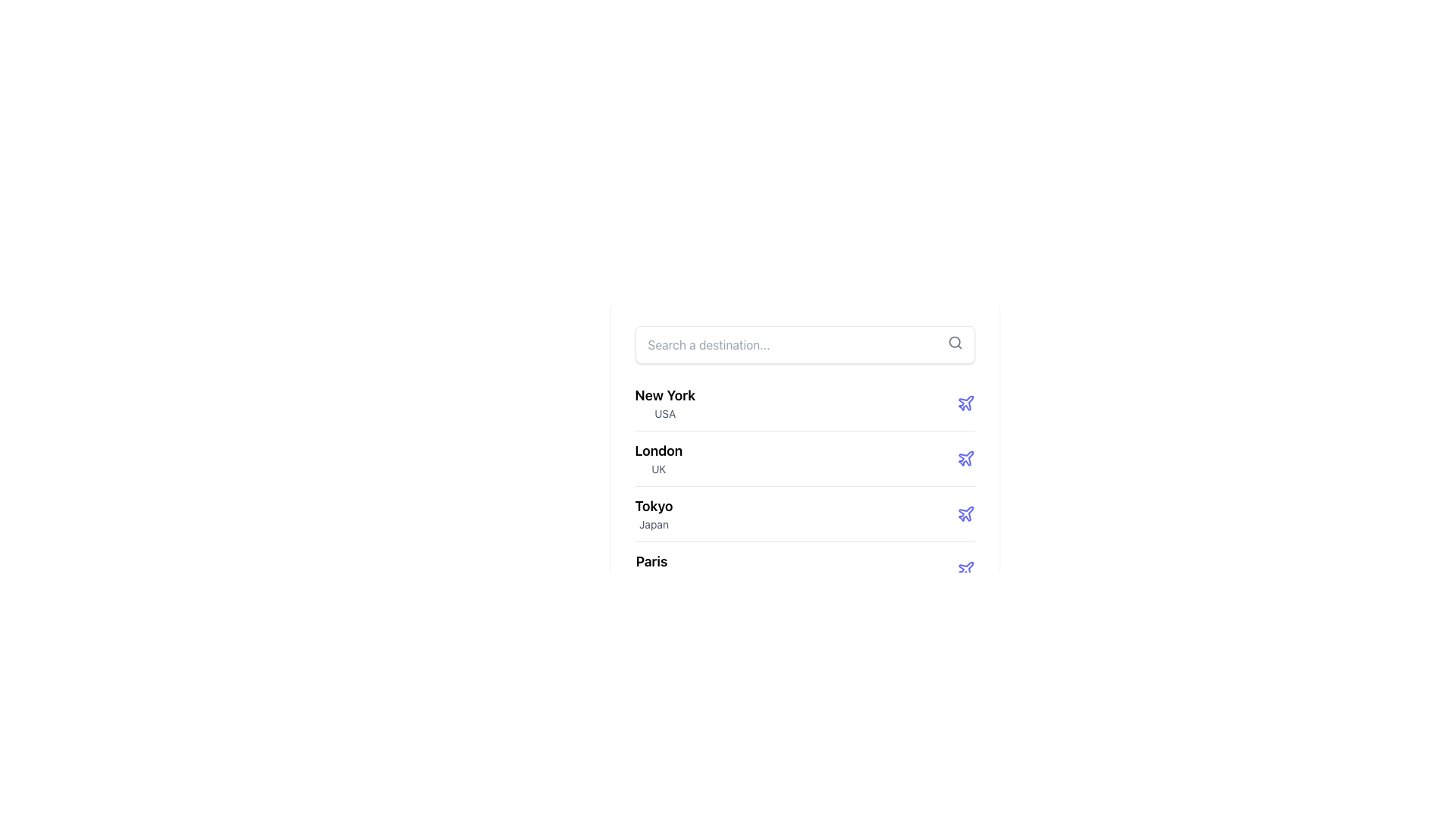 This screenshot has width=1456, height=819. I want to click on the Text Label indicating the country associated with the city 'Tokyo', which is located in the third row of the list under the text 'Tokyo', so click(654, 523).